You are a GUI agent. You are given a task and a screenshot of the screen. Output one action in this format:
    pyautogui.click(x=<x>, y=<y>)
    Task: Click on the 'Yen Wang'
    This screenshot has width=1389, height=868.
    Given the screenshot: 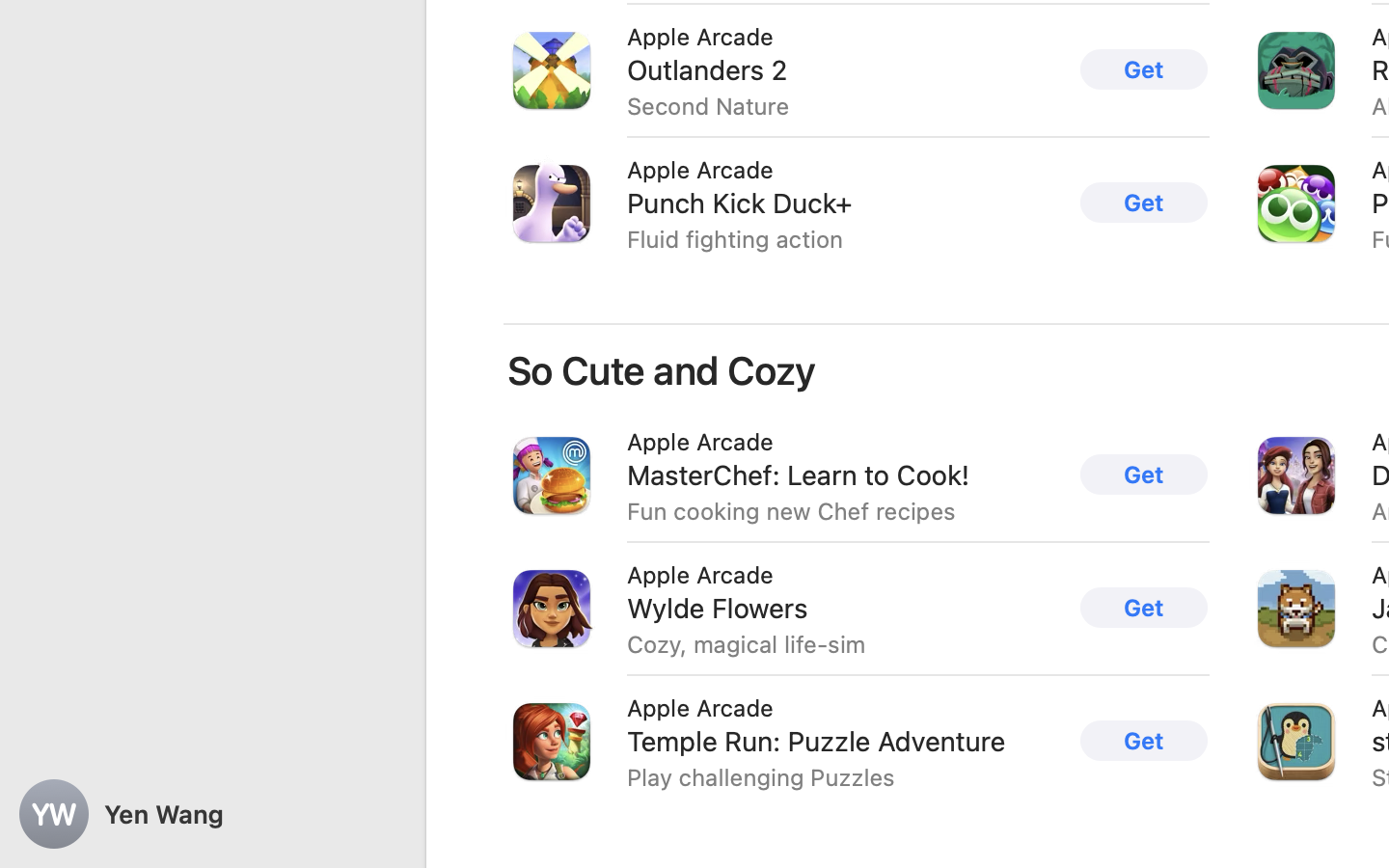 What is the action you would take?
    pyautogui.click(x=212, y=814)
    